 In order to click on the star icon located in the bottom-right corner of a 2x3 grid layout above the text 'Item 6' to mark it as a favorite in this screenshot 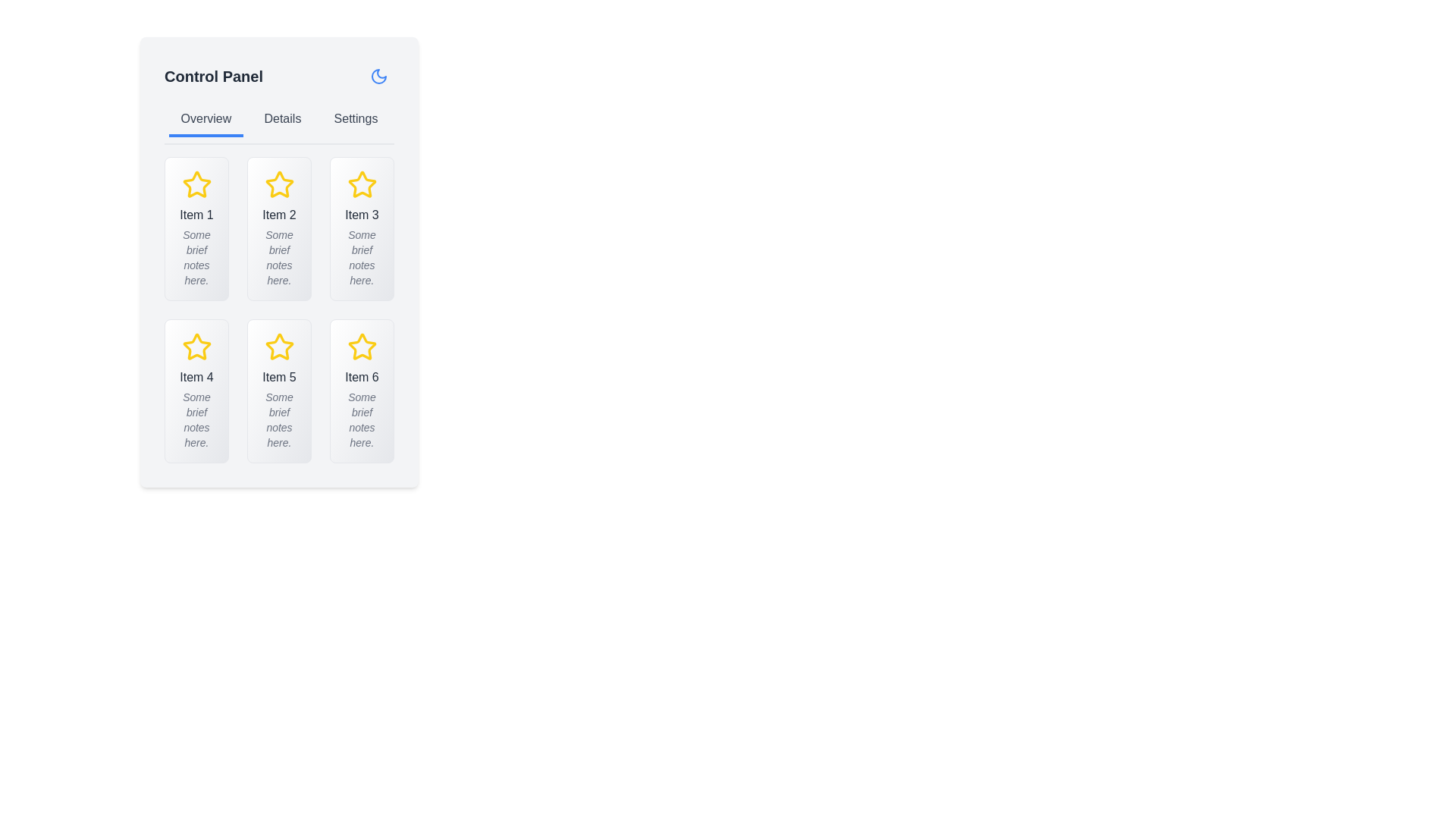, I will do `click(361, 347)`.